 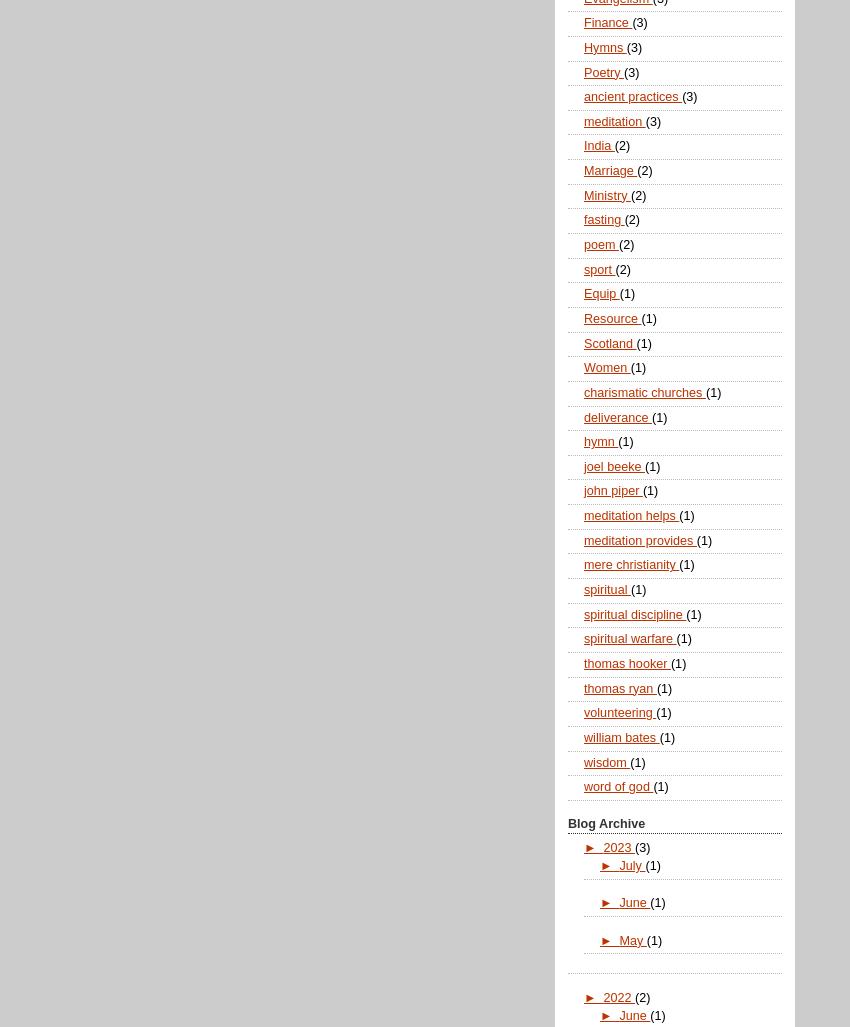 I want to click on 'volunteering', so click(x=618, y=713).